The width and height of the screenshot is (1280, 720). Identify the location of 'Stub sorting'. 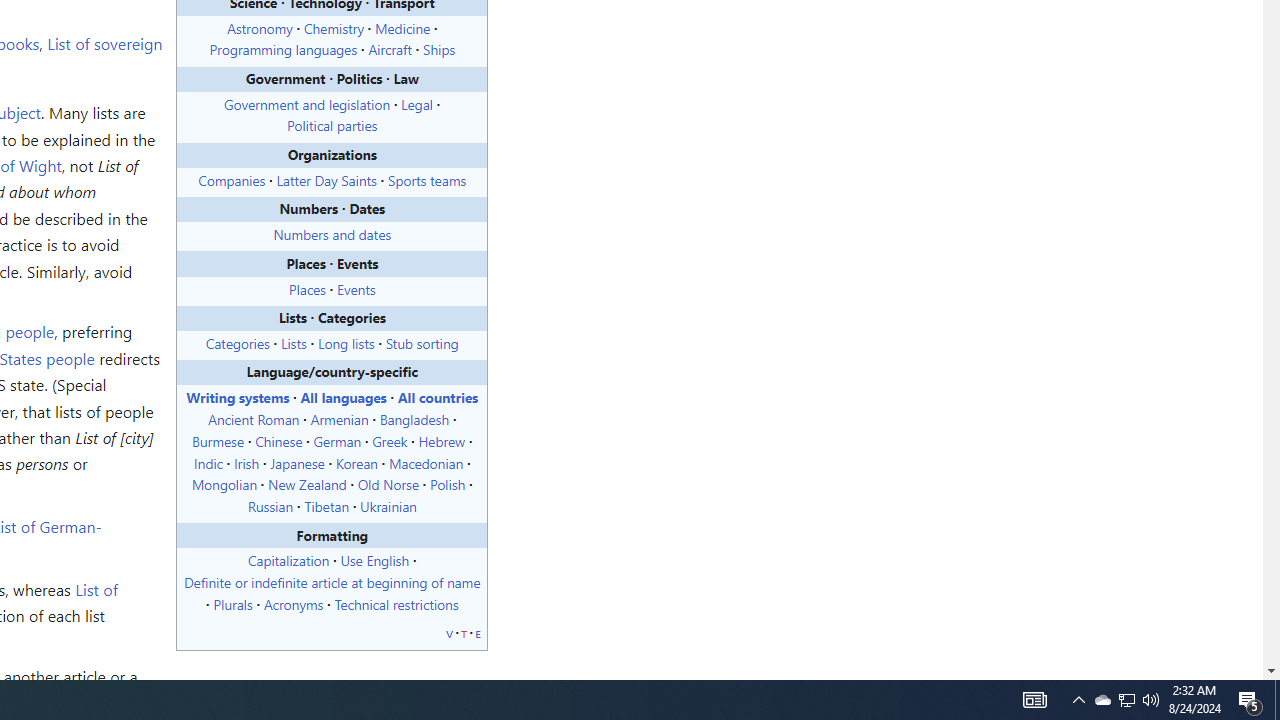
(421, 341).